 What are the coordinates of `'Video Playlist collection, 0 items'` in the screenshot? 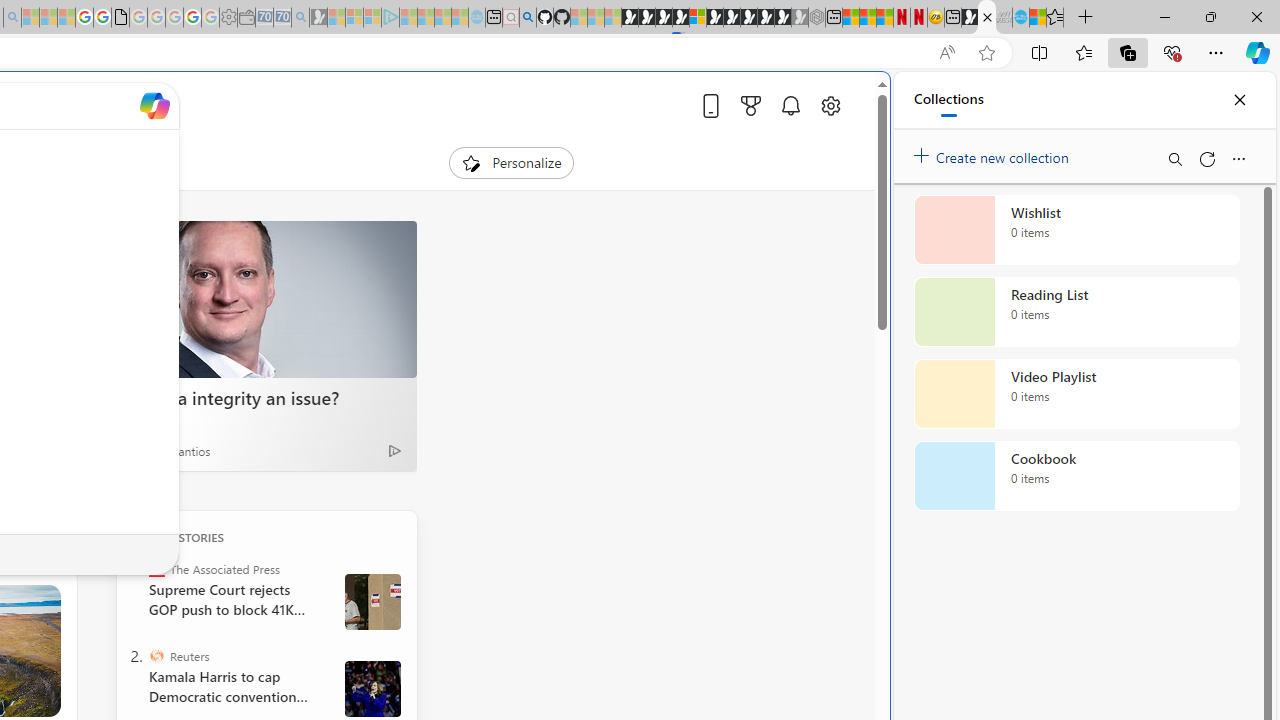 It's located at (1076, 394).